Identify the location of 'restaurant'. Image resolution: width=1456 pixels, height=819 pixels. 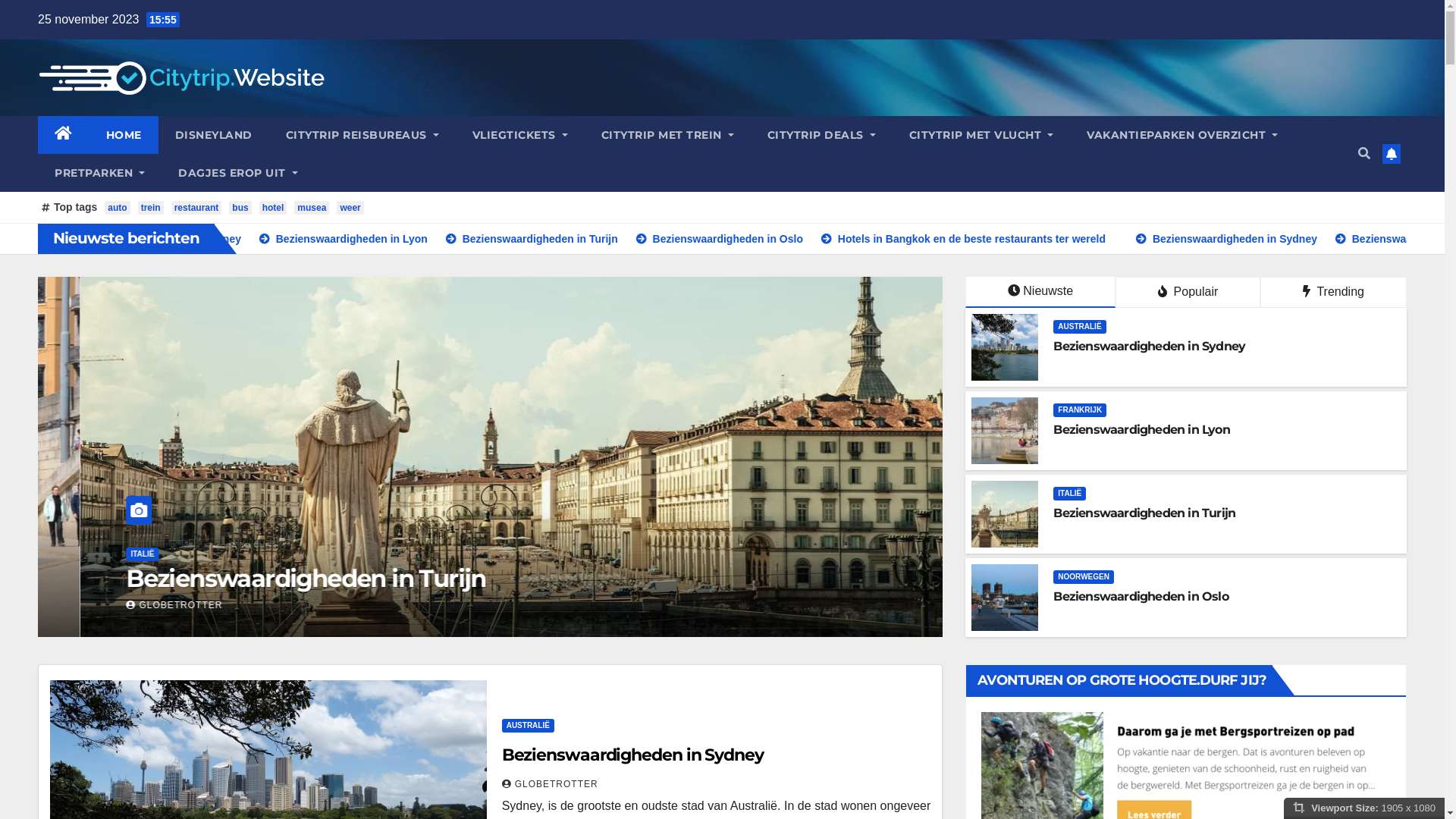
(196, 207).